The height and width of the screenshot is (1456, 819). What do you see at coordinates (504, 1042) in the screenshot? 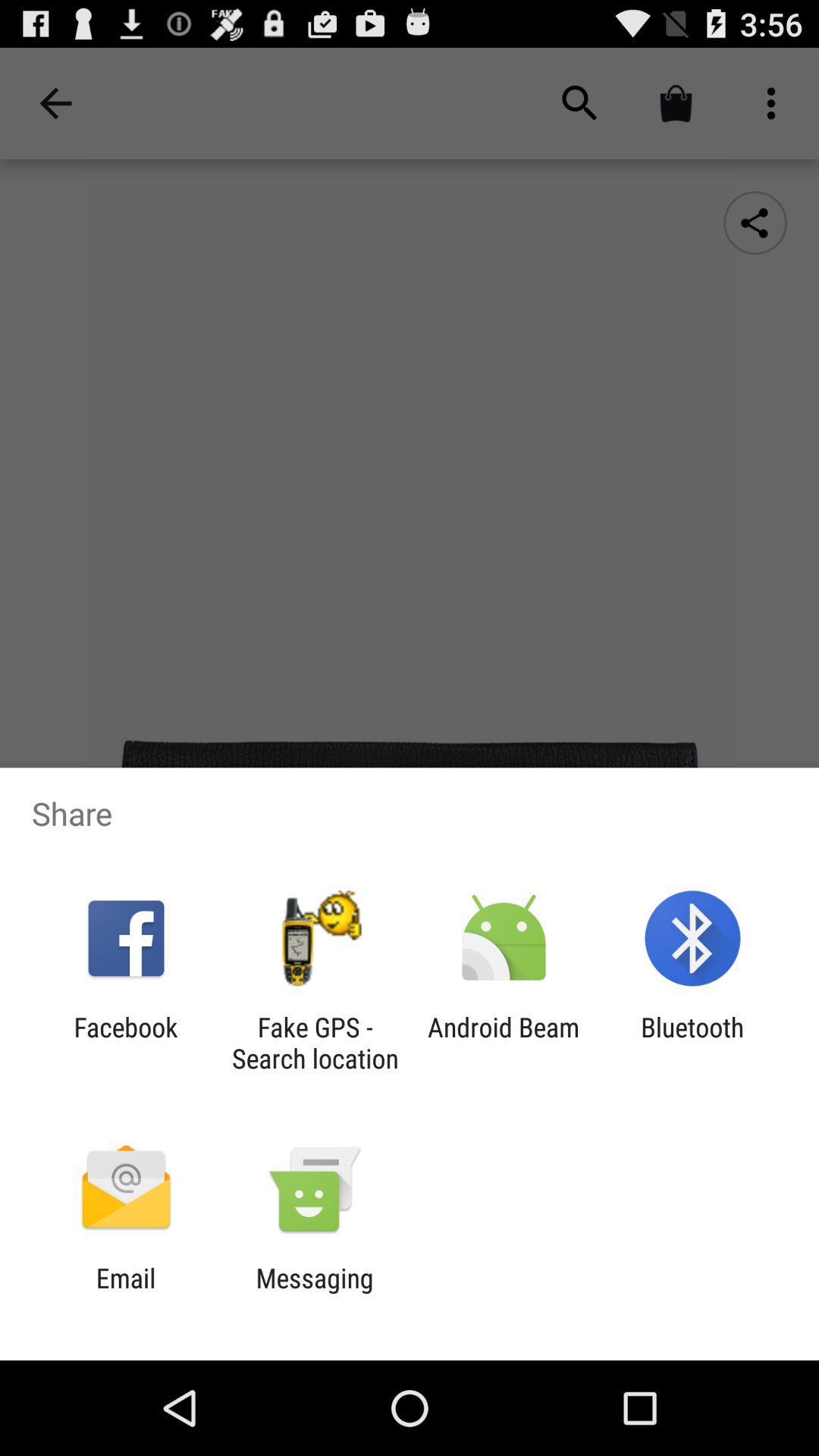
I see `the item next to the fake gps search app` at bounding box center [504, 1042].